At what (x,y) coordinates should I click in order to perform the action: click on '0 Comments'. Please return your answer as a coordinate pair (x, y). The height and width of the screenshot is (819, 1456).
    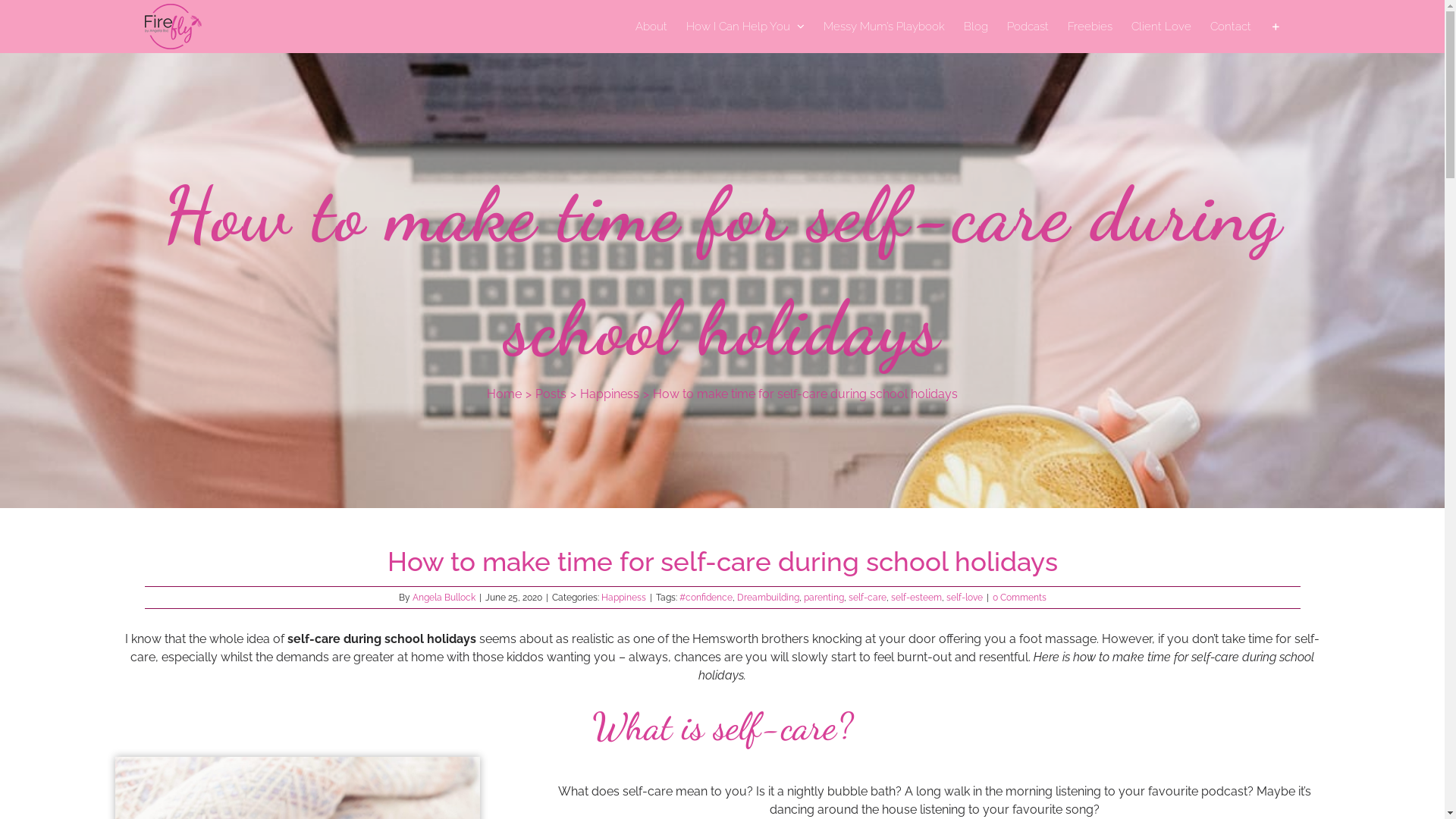
    Looking at the image, I should click on (1018, 596).